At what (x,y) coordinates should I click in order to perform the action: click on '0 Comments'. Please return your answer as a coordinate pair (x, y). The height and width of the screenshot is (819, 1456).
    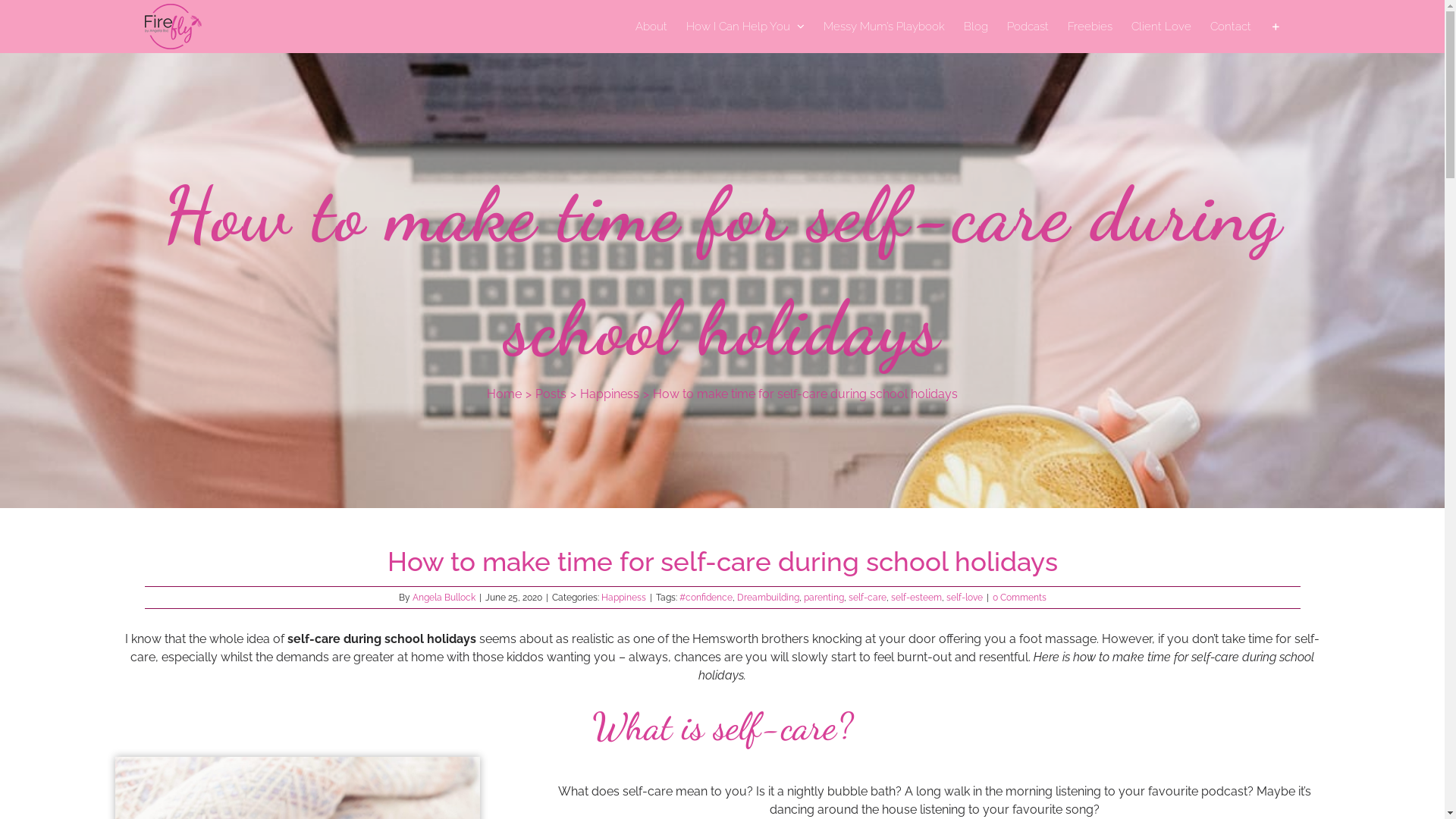
    Looking at the image, I should click on (1018, 596).